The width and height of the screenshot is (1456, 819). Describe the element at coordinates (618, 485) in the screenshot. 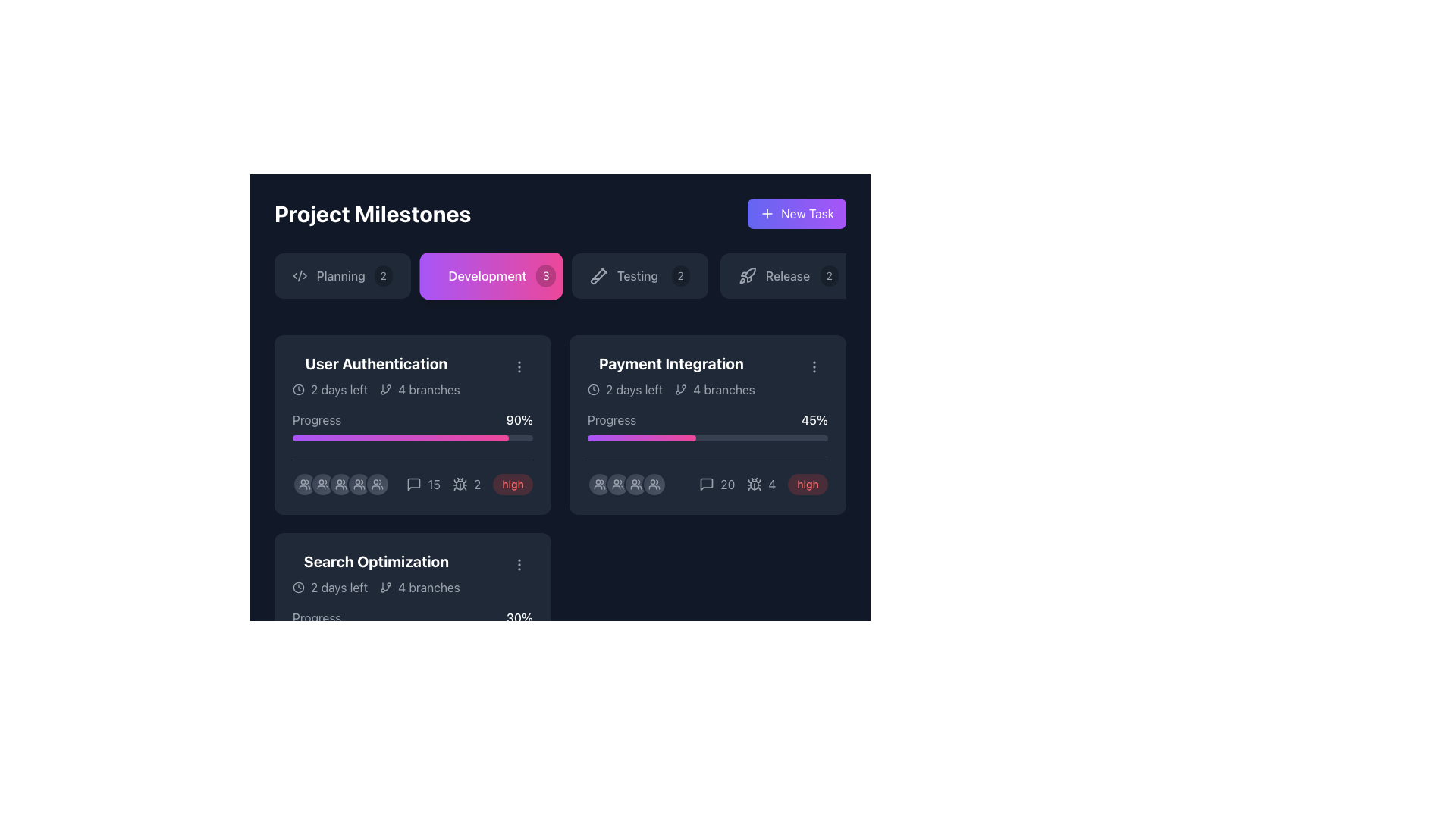

I see `the circular icon representing a group of users, located in the bottom-left corner of the 'Payment Integration' card` at that location.